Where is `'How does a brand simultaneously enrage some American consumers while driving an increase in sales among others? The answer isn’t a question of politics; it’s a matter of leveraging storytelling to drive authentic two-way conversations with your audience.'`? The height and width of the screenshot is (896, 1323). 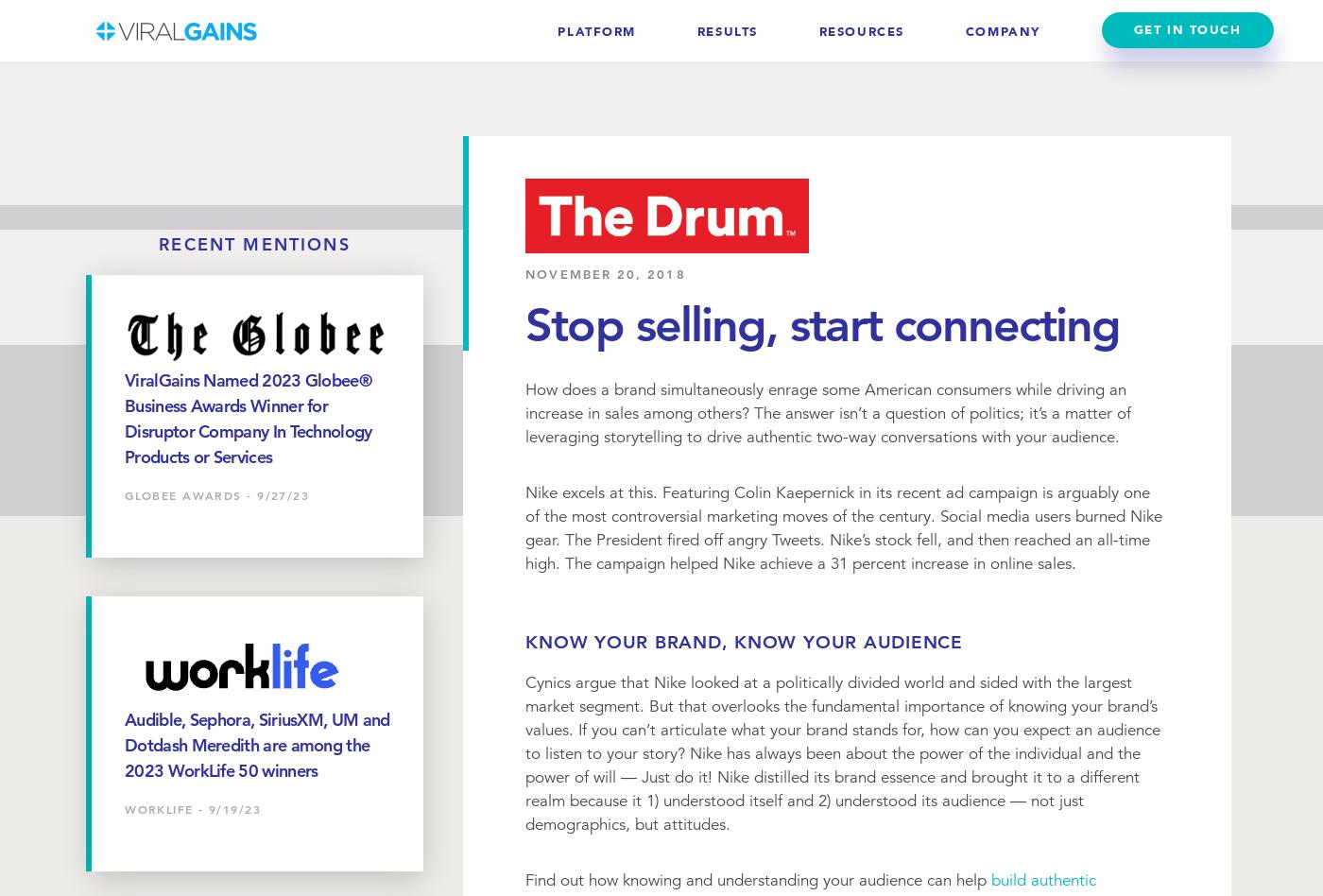 'How does a brand simultaneously enrage some American consumers while driving an increase in sales among others? The answer isn’t a question of politics; it’s a matter of leveraging storytelling to drive authentic two-way conversations with your audience.' is located at coordinates (827, 411).